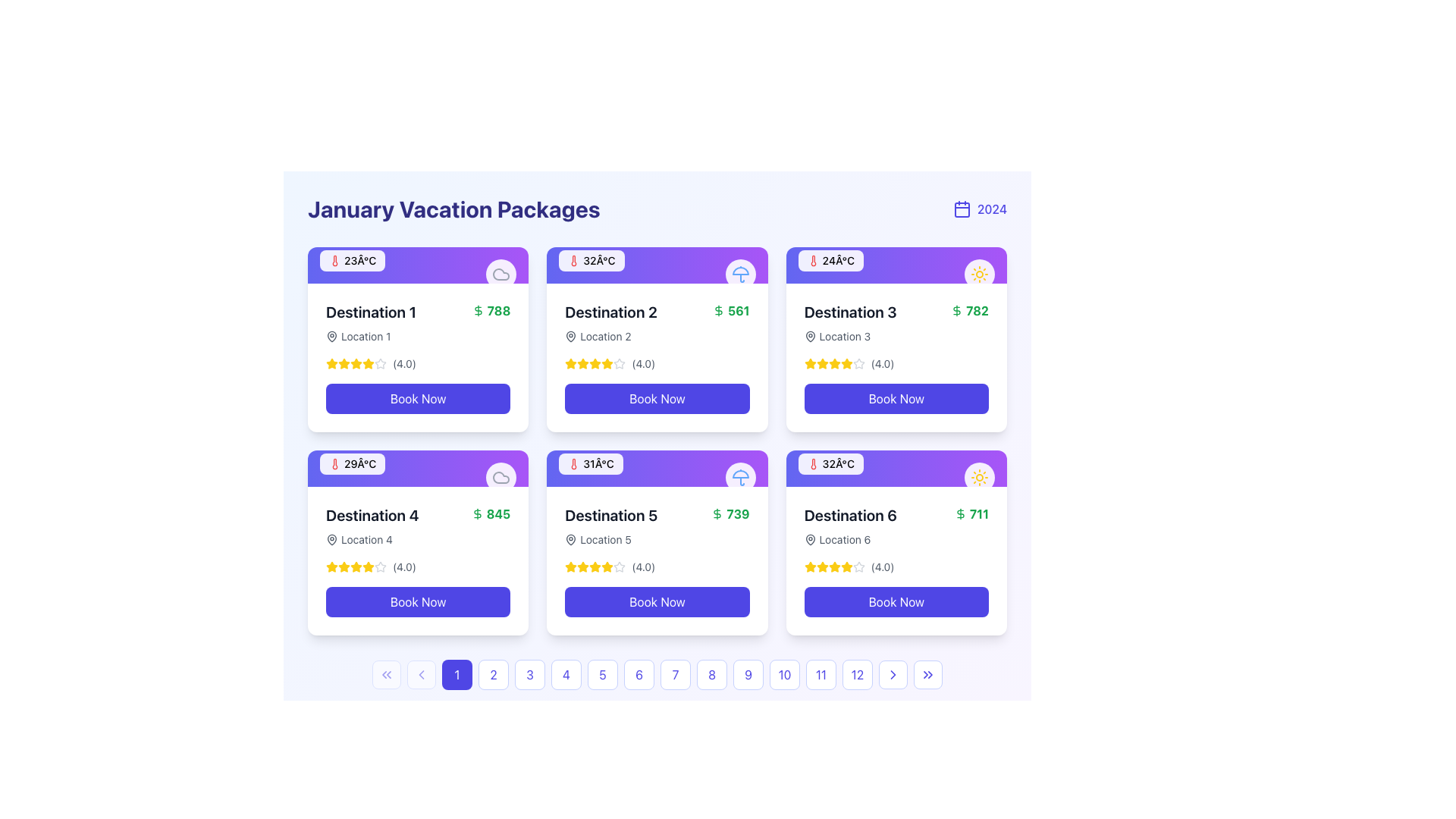  What do you see at coordinates (607, 363) in the screenshot?
I see `the second yellow star icon in the rating section beneath the 'Destination 2' card to gather rating information` at bounding box center [607, 363].